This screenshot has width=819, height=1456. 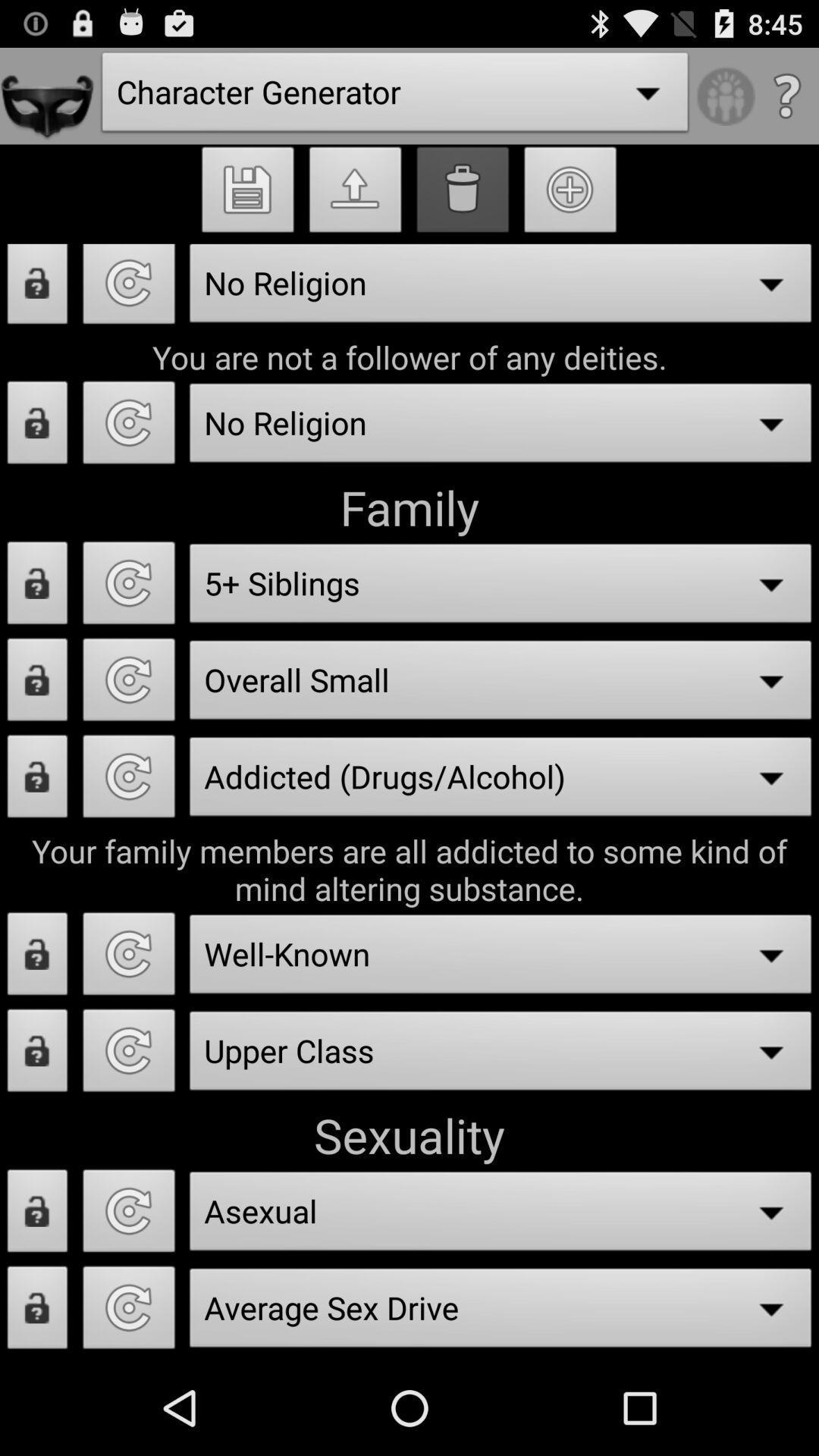 What do you see at coordinates (786, 102) in the screenshot?
I see `the help icon` at bounding box center [786, 102].